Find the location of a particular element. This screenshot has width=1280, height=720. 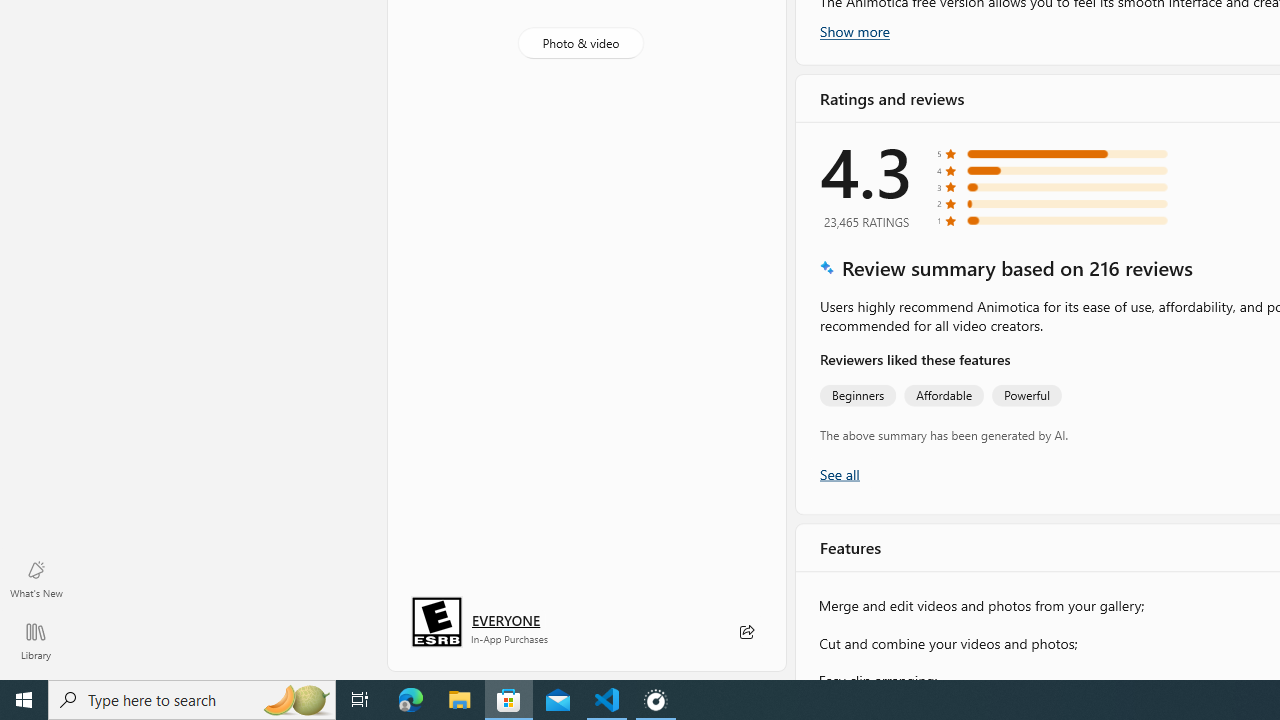

'Age rating: EVERYONE. Click for more information.' is located at coordinates (506, 618).